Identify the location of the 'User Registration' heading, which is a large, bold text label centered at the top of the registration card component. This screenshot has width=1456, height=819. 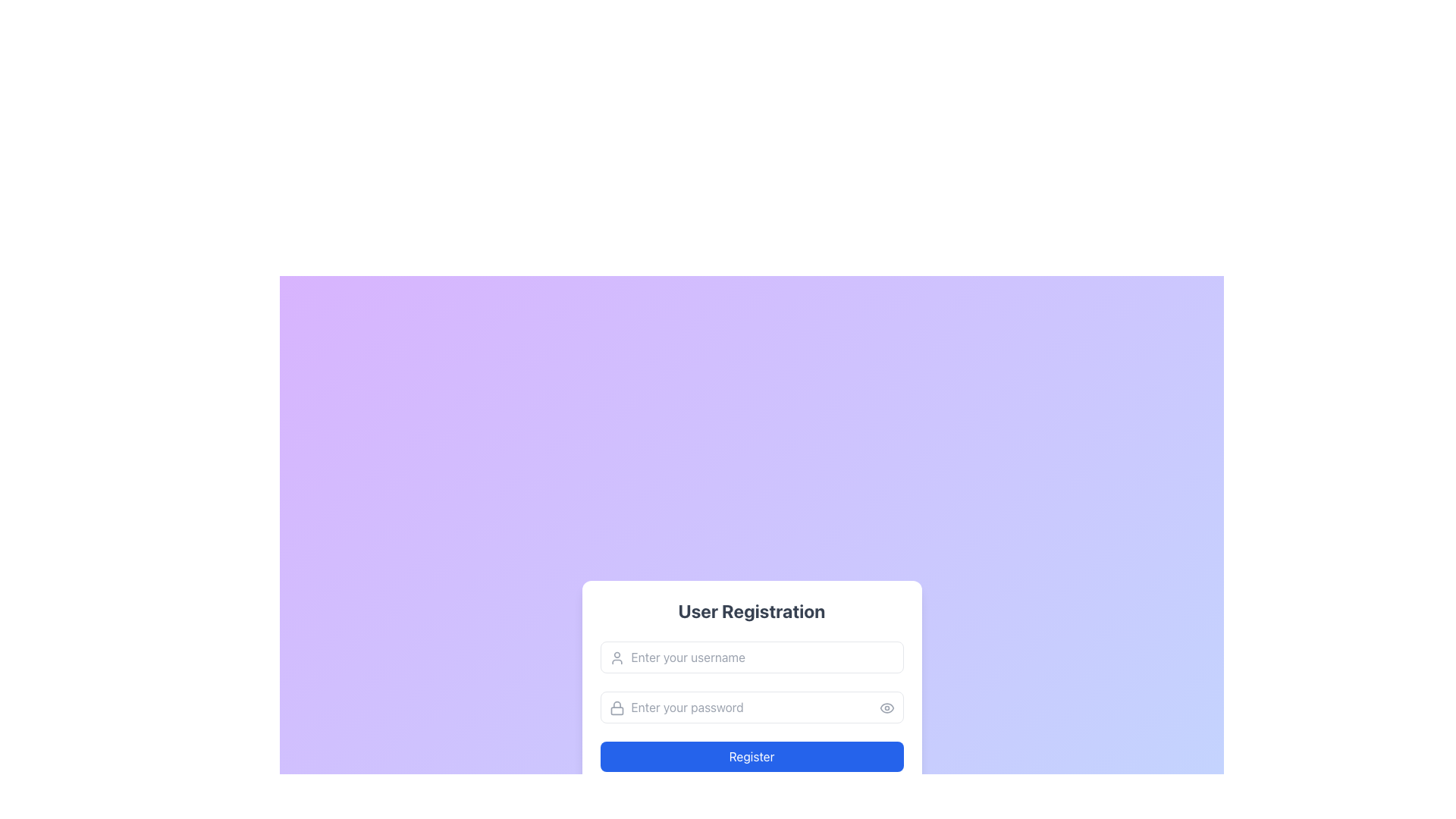
(752, 610).